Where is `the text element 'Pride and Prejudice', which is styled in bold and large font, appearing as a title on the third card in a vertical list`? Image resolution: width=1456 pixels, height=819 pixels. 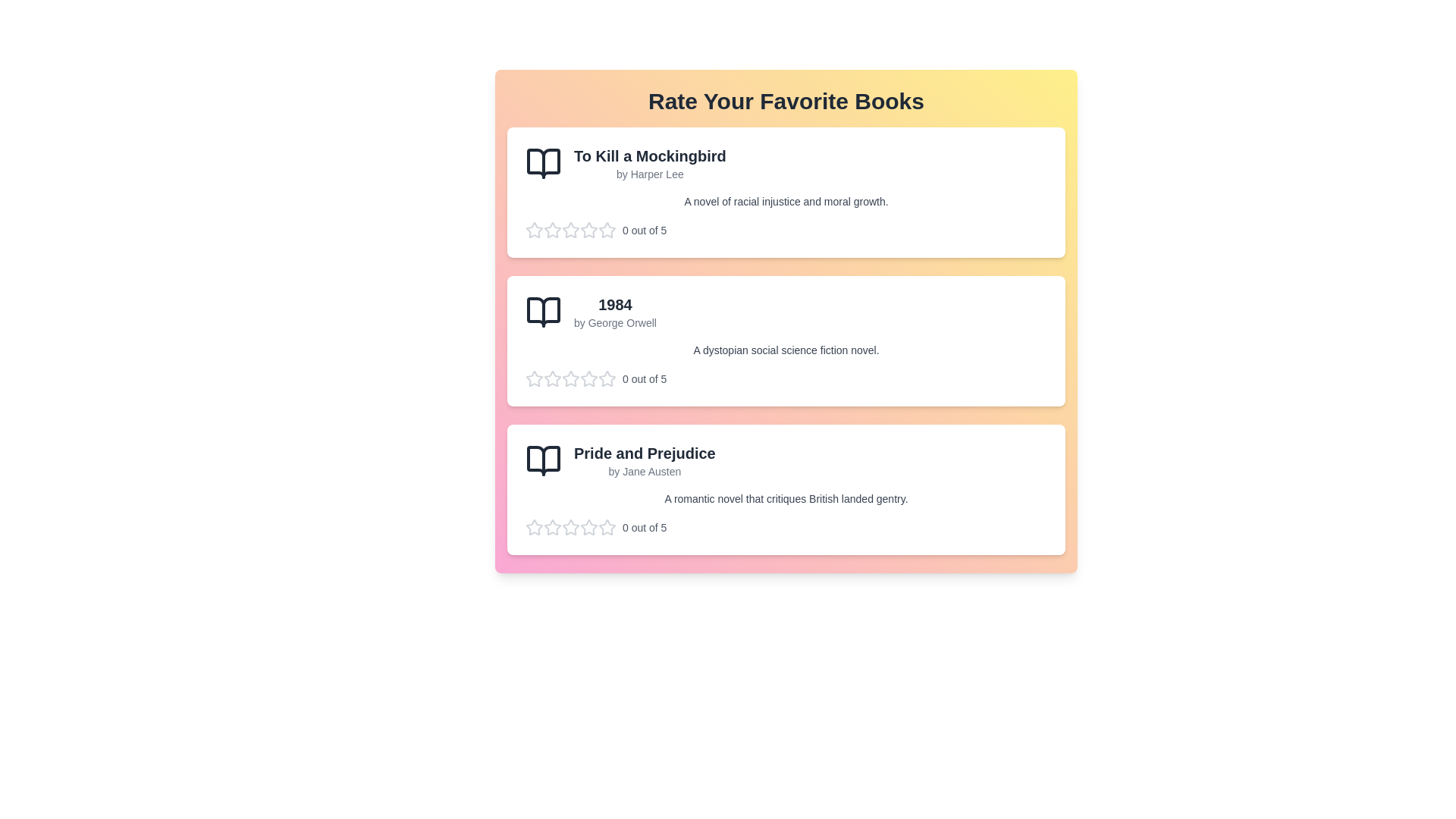 the text element 'Pride and Prejudice', which is styled in bold and large font, appearing as a title on the third card in a vertical list is located at coordinates (645, 452).